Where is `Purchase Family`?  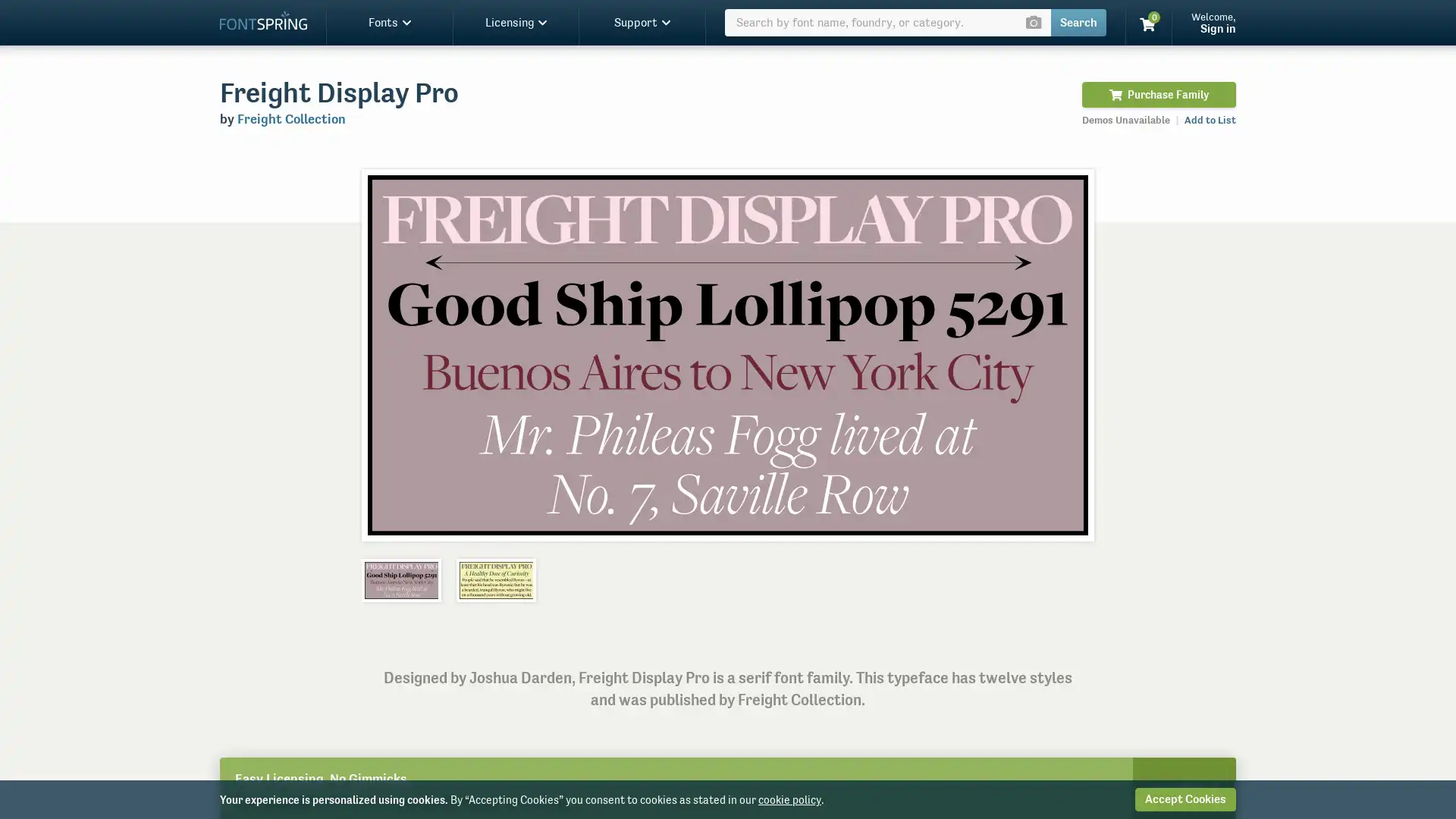
Purchase Family is located at coordinates (1158, 94).